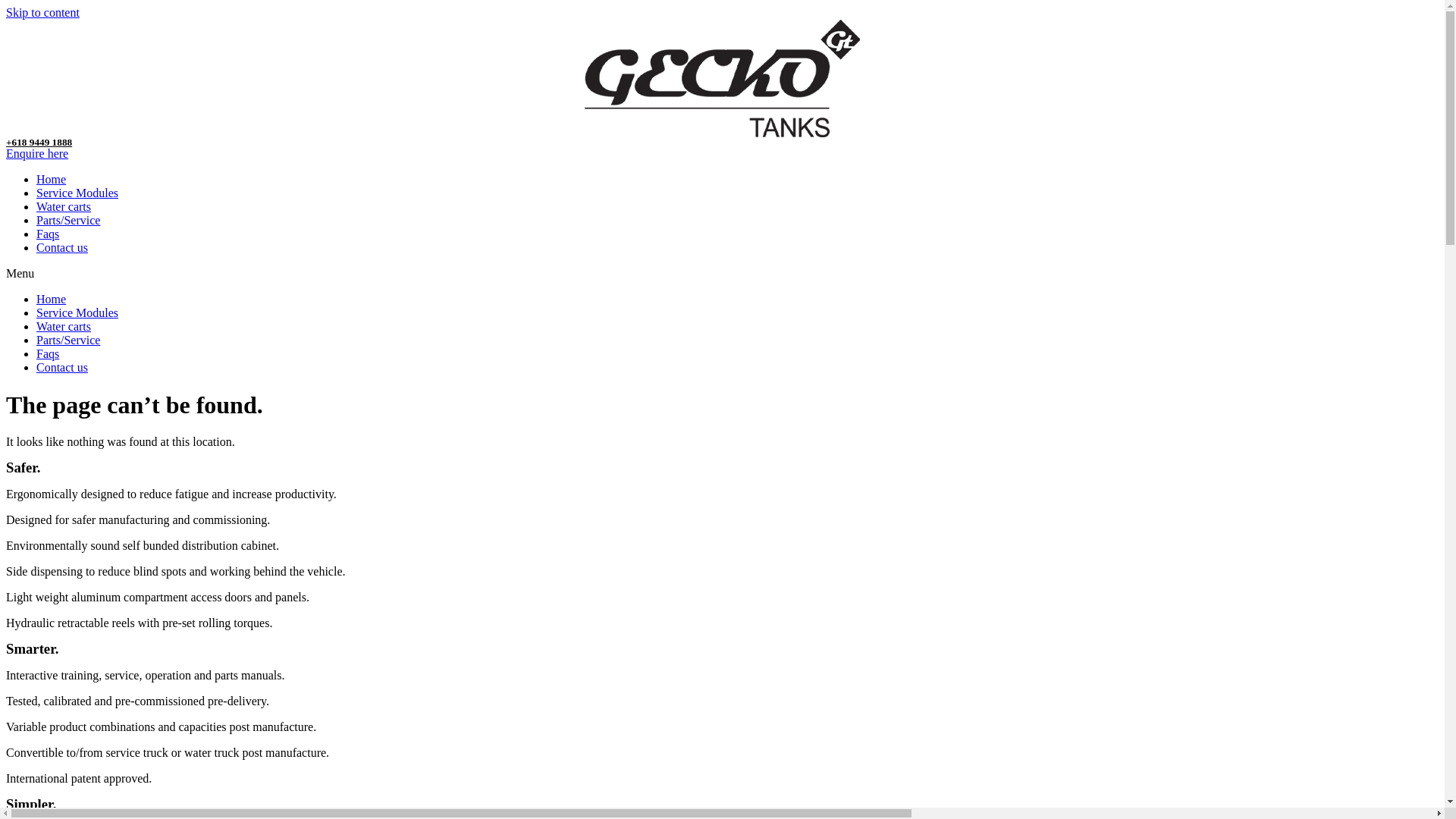  I want to click on 'Faqs', so click(47, 234).